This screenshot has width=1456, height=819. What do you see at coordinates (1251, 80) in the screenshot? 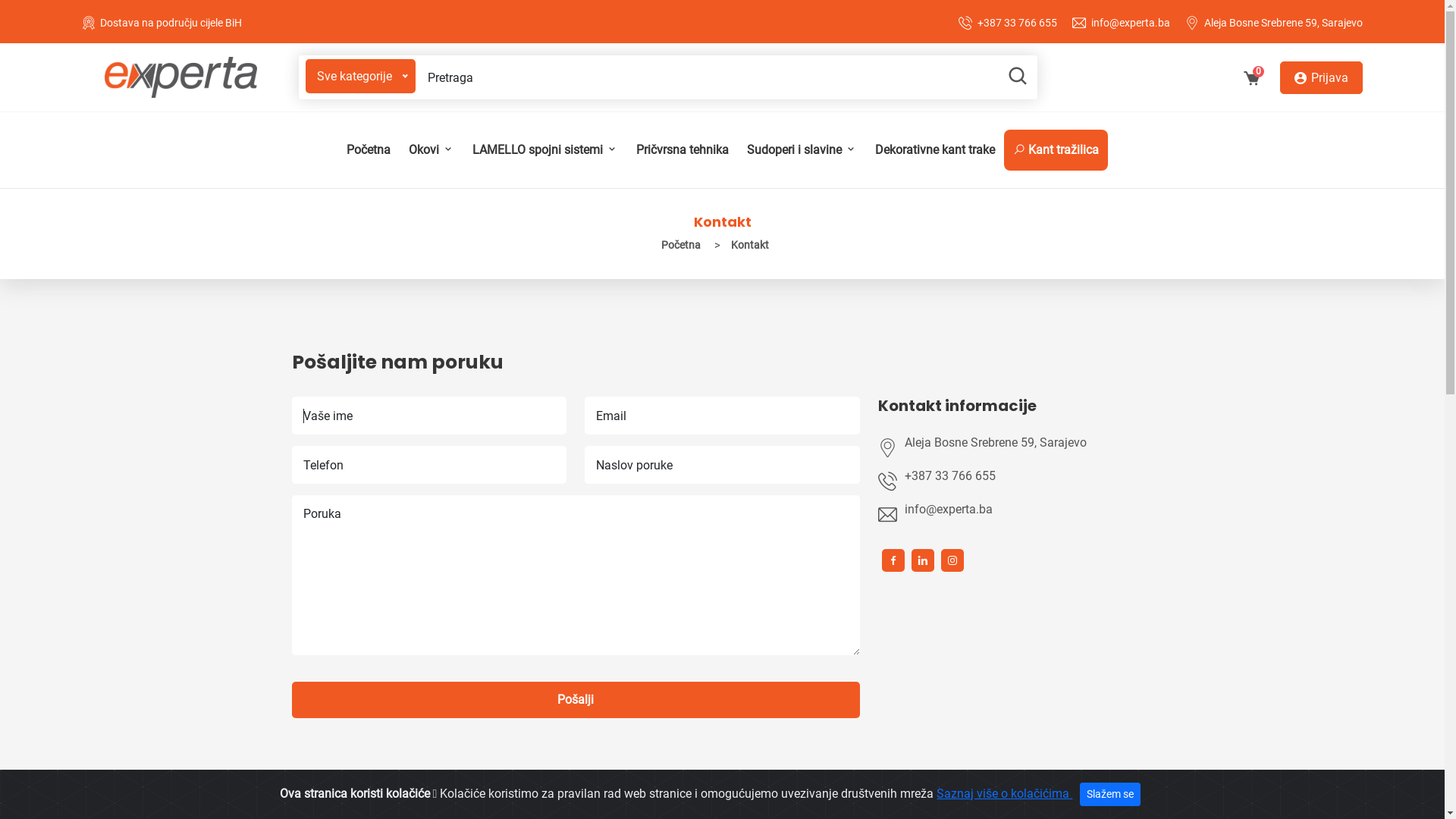
I see `'0'` at bounding box center [1251, 80].